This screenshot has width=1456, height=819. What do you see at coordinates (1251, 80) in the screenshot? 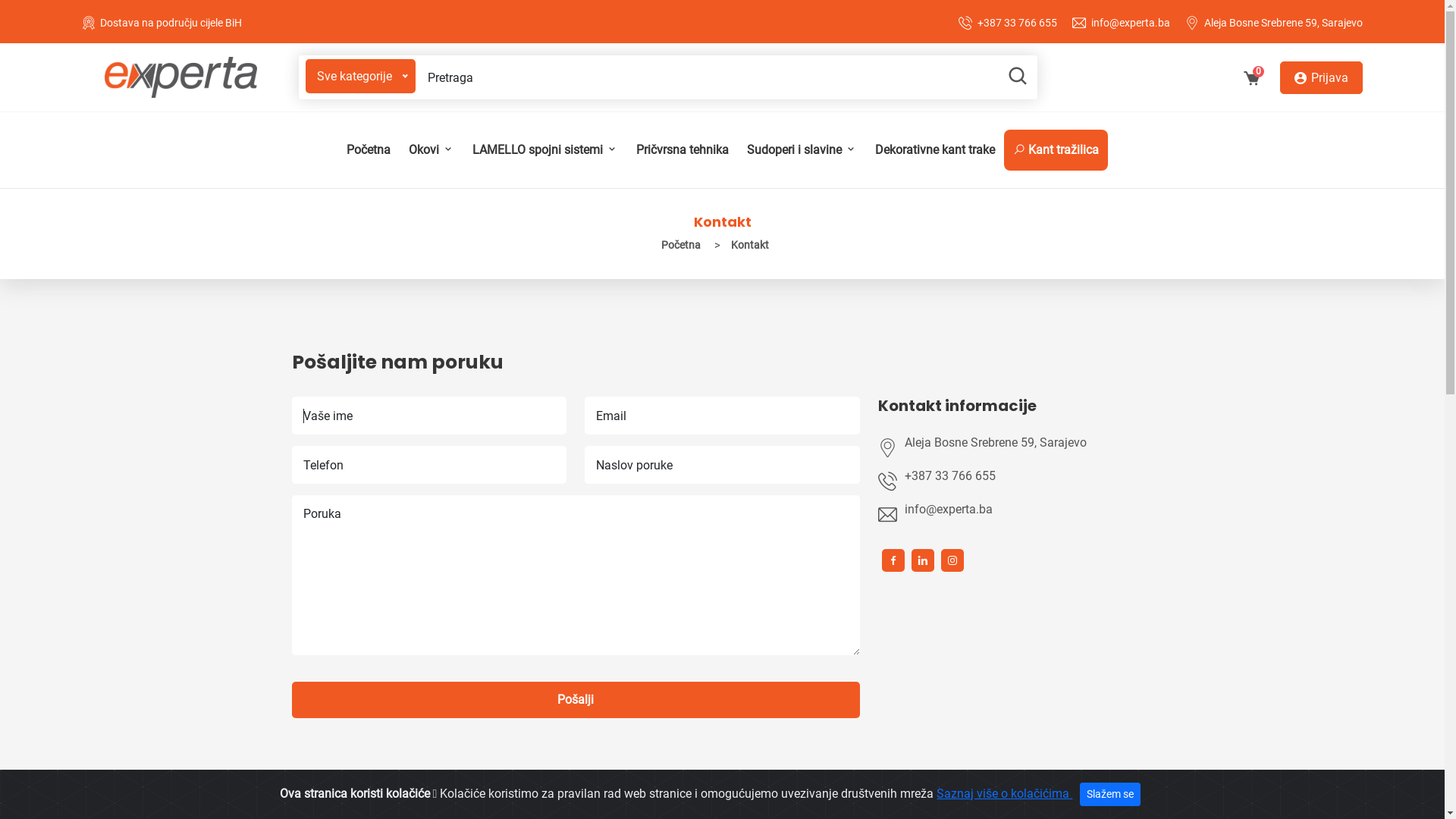
I see `'0'` at bounding box center [1251, 80].